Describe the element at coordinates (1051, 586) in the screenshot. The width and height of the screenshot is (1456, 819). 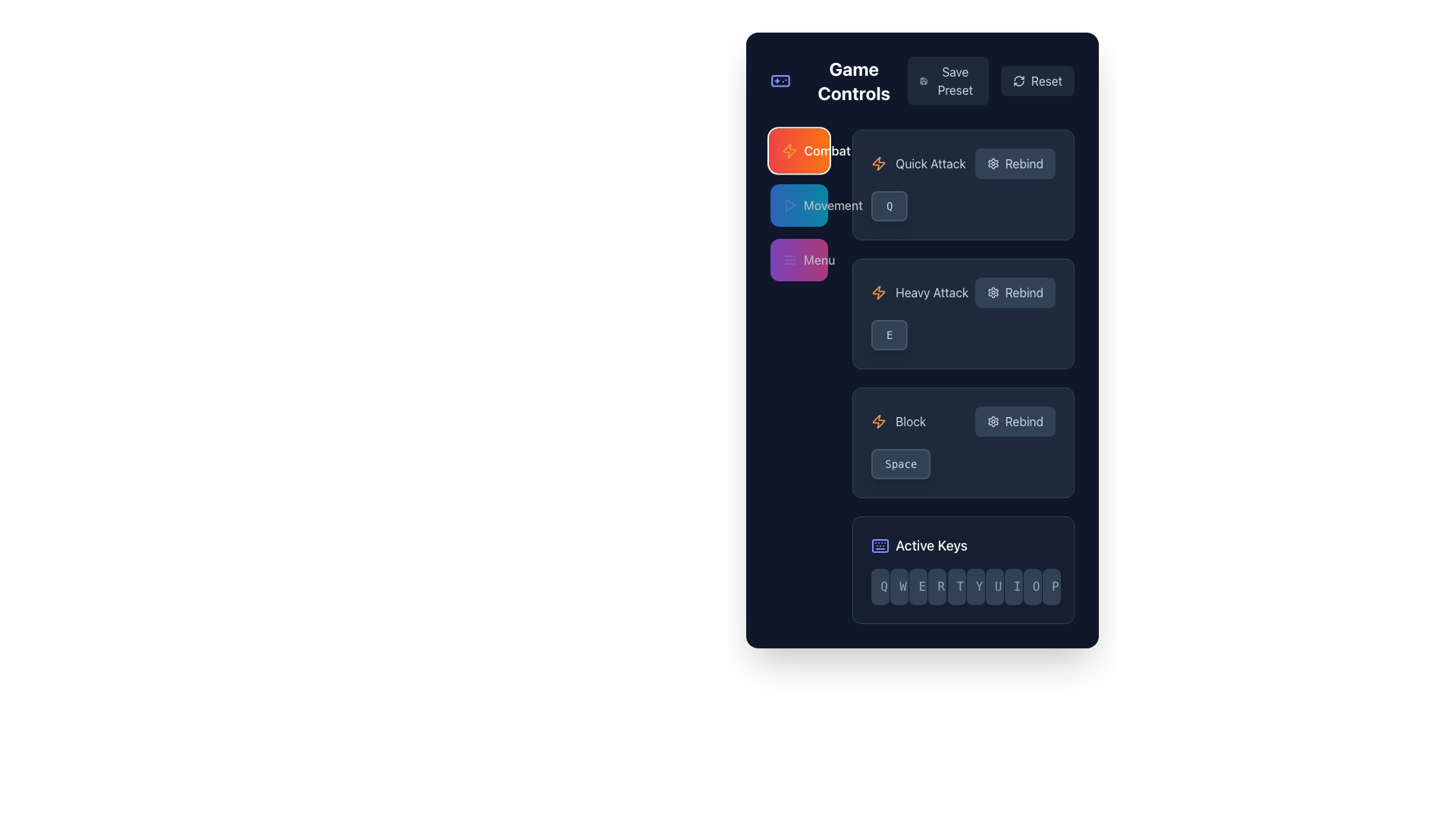
I see `the 'P' key in the active keys display, which is the last key in the row of 'QWERTYUIOP' at the bottom of the interface` at that location.